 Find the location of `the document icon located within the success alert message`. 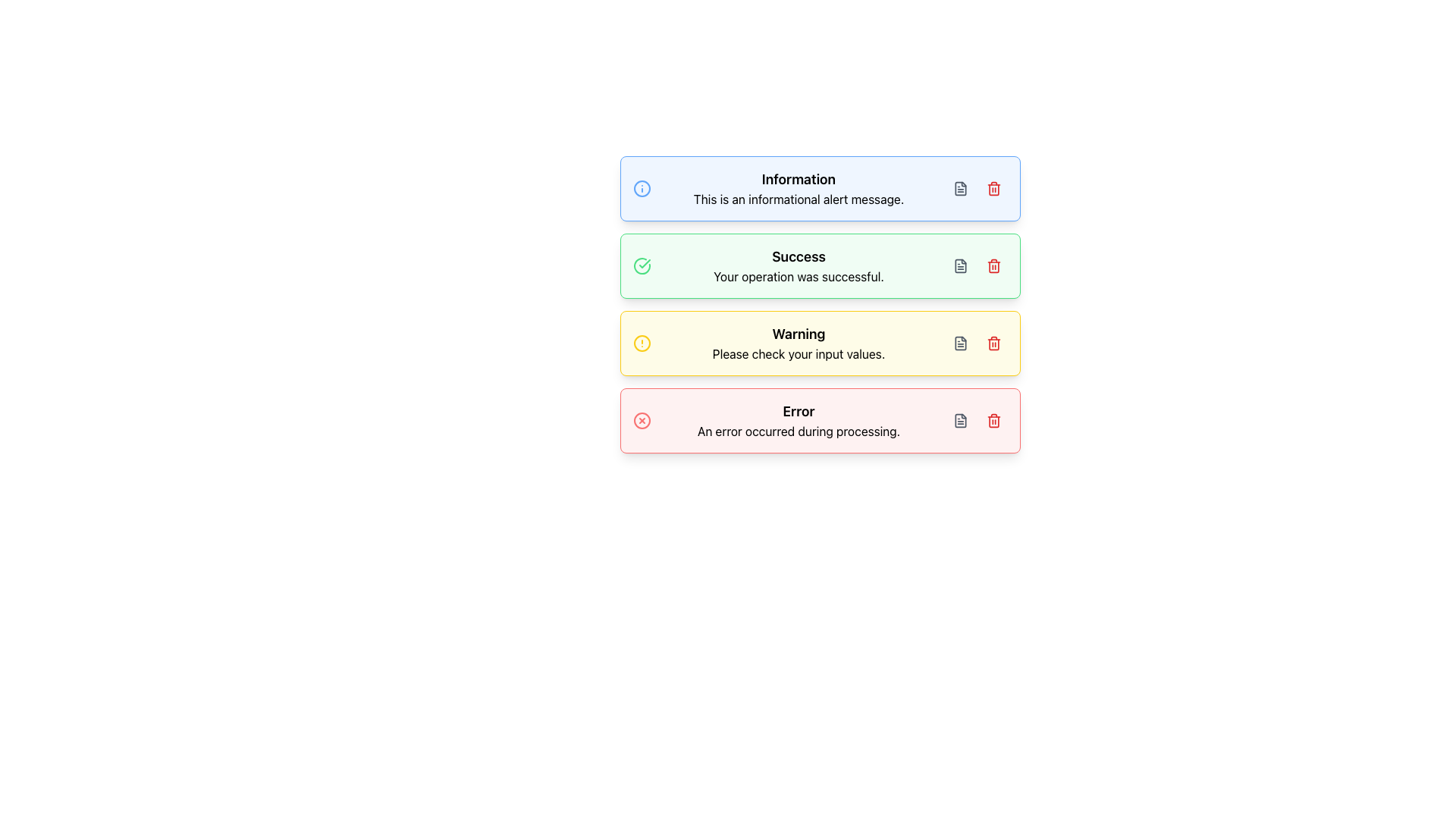

the document icon located within the success alert message is located at coordinates (959, 265).